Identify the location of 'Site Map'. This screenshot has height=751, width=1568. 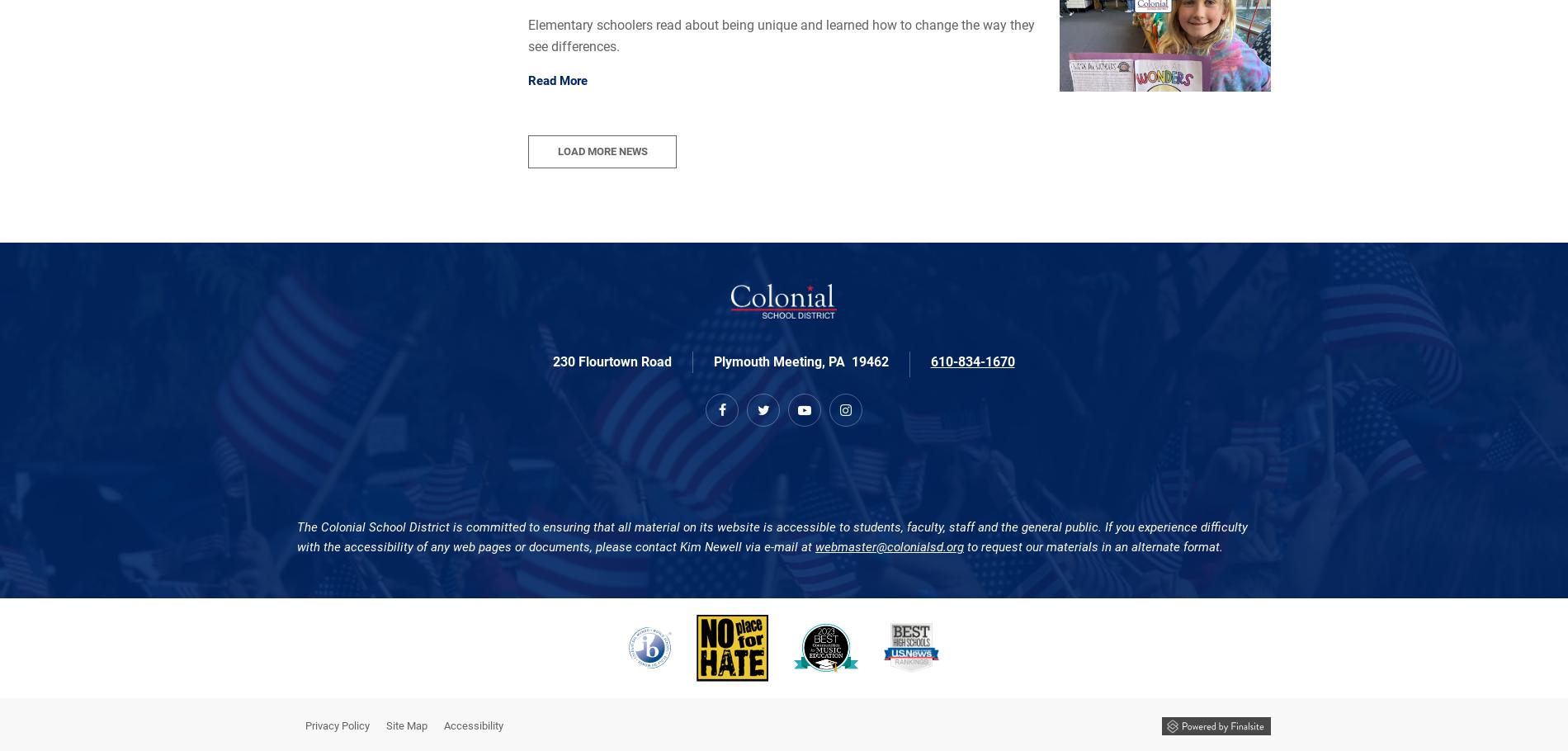
(407, 725).